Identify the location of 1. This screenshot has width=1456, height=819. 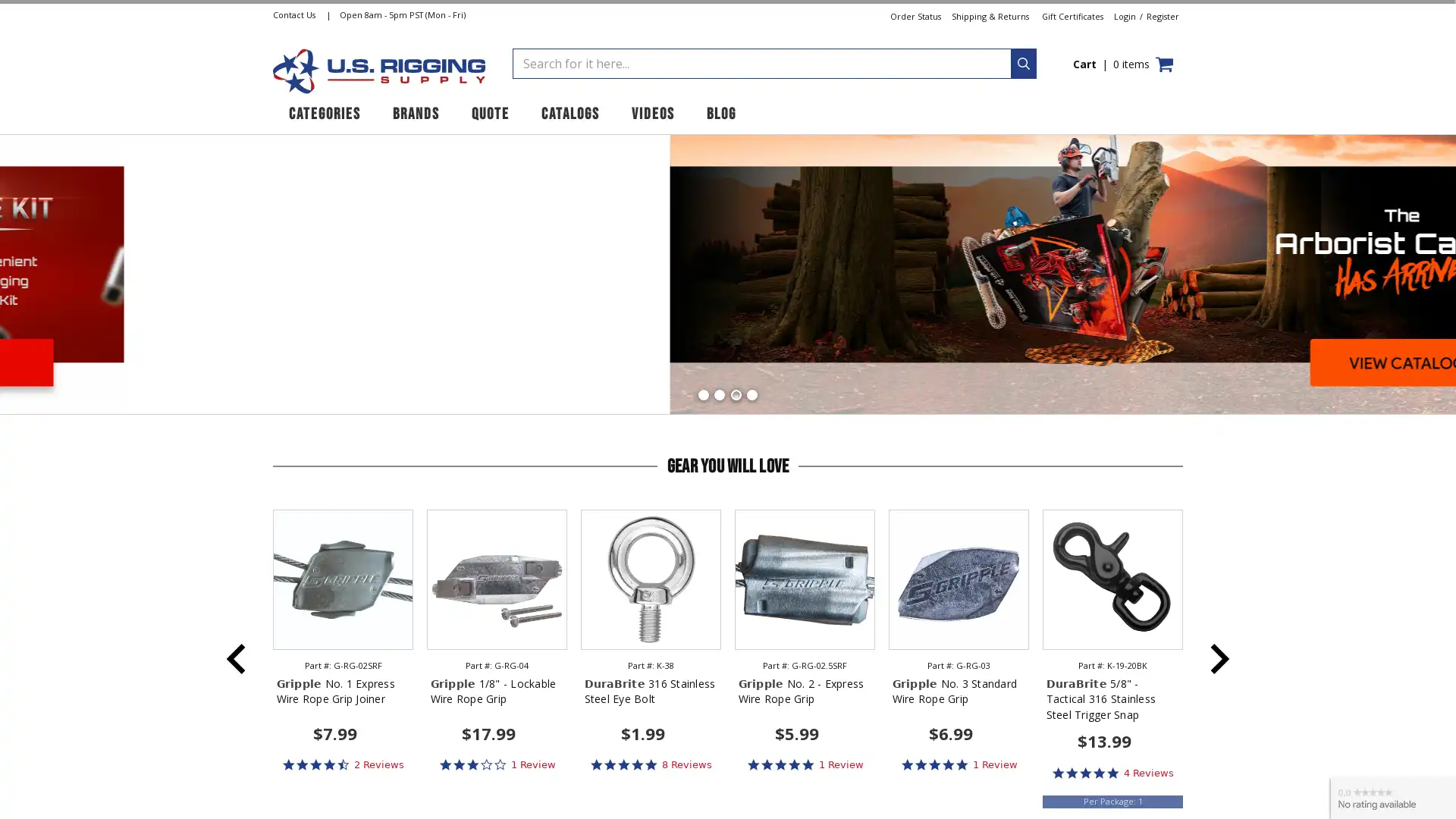
(702, 394).